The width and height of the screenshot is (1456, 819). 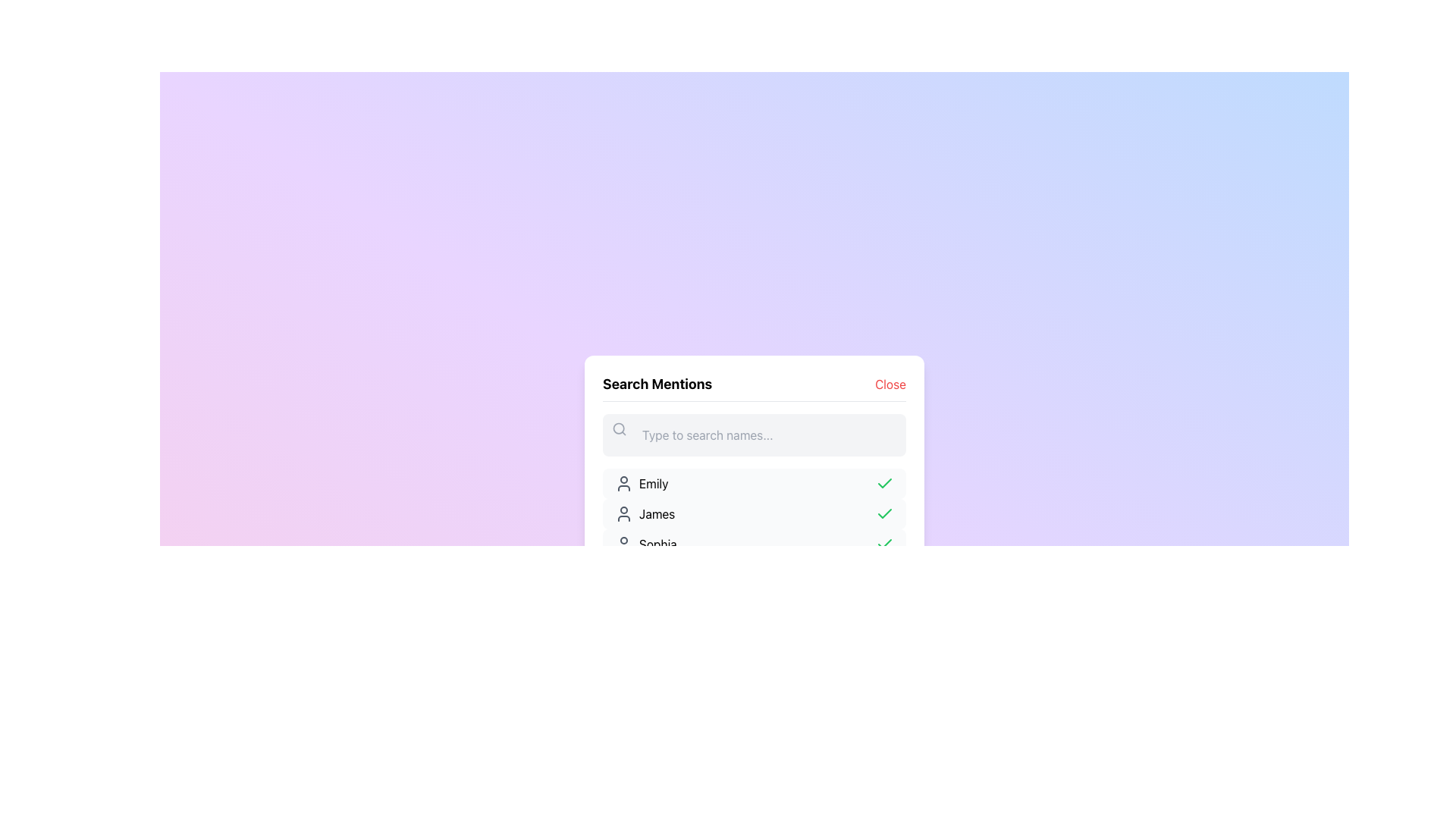 What do you see at coordinates (657, 513) in the screenshot?
I see `the selectable name 'James' in the 'Search Mentions' section` at bounding box center [657, 513].